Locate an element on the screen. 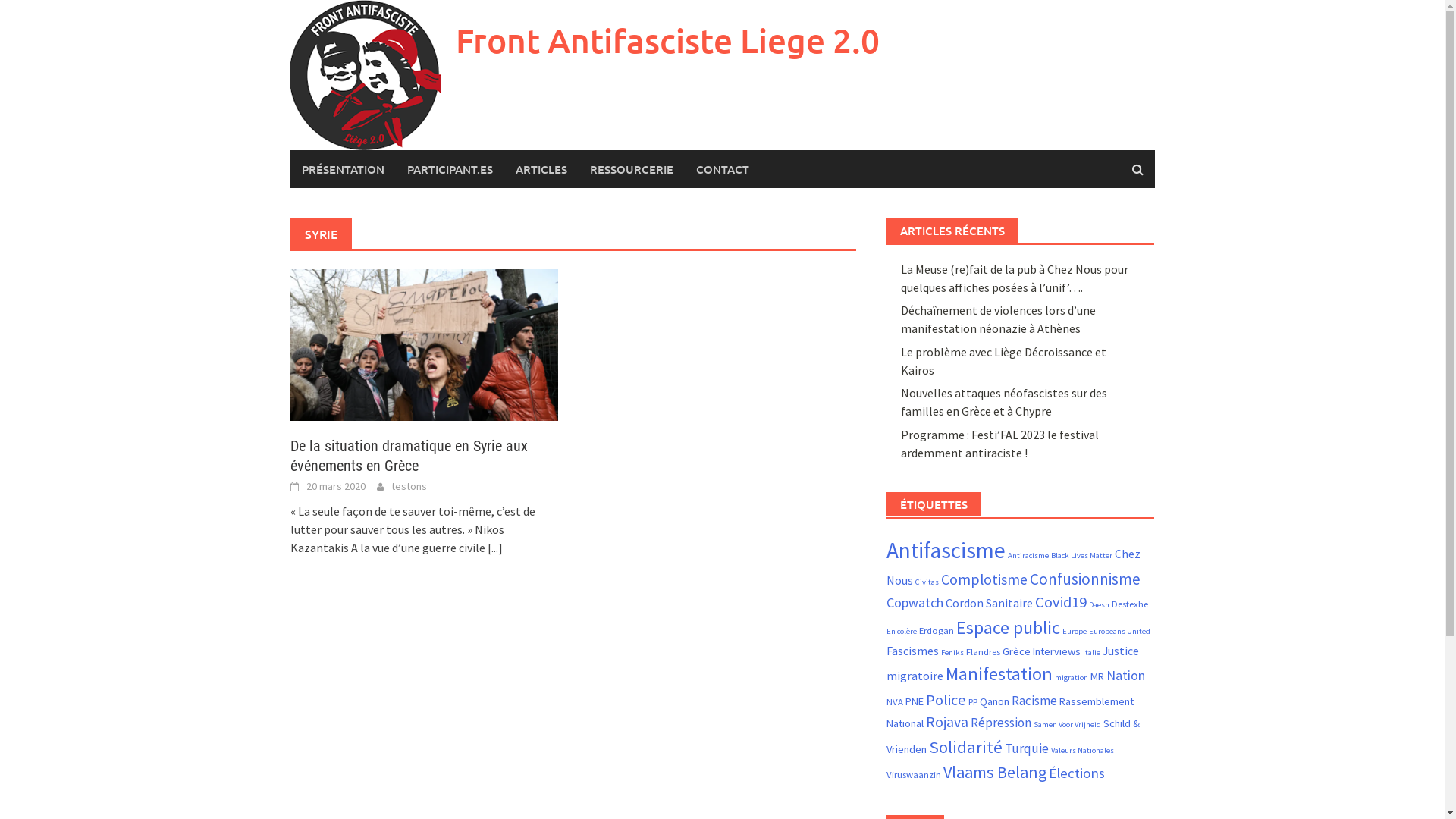  'Europeans United' is located at coordinates (1087, 631).